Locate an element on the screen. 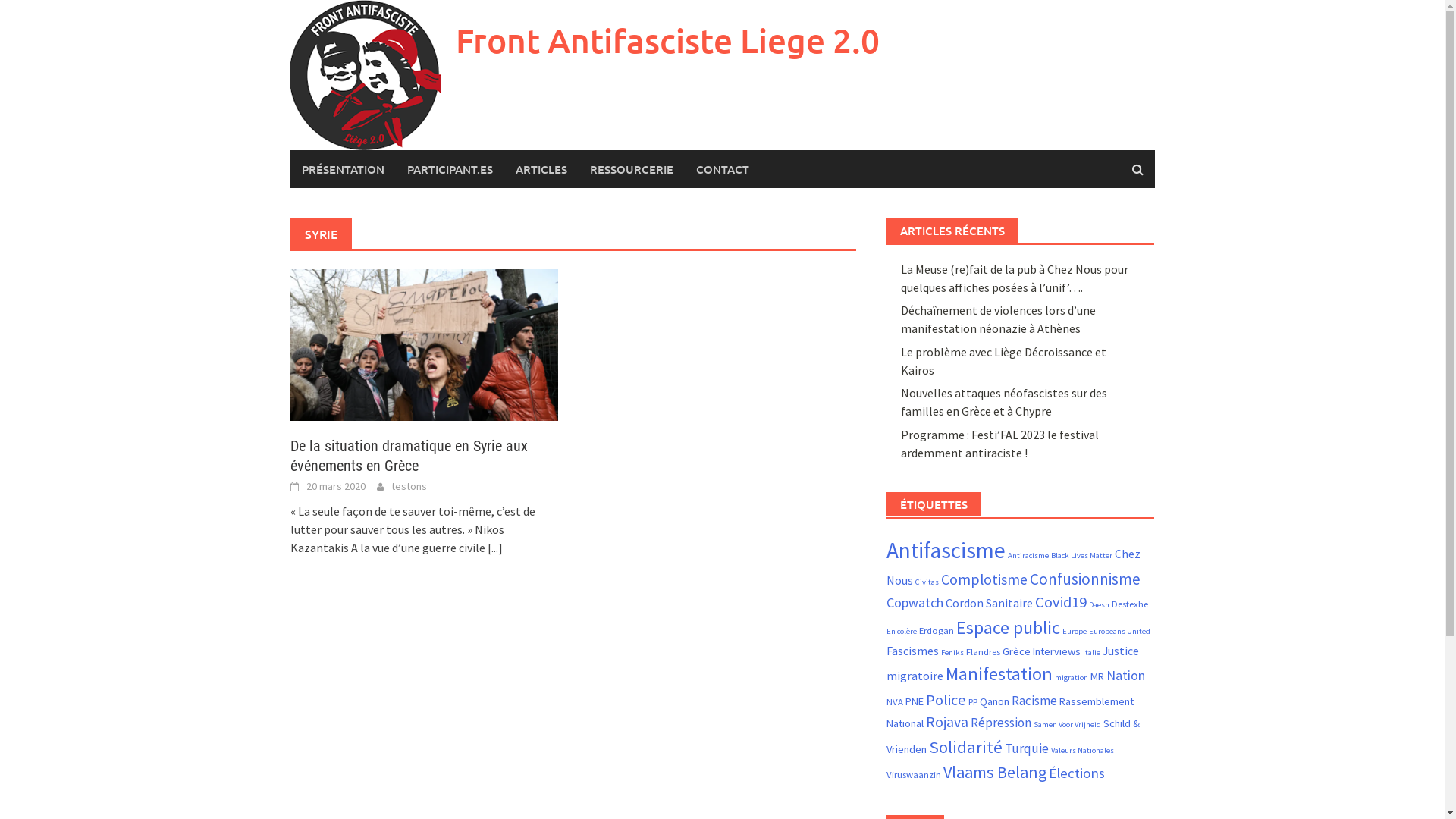  'Europeans United' is located at coordinates (1087, 631).